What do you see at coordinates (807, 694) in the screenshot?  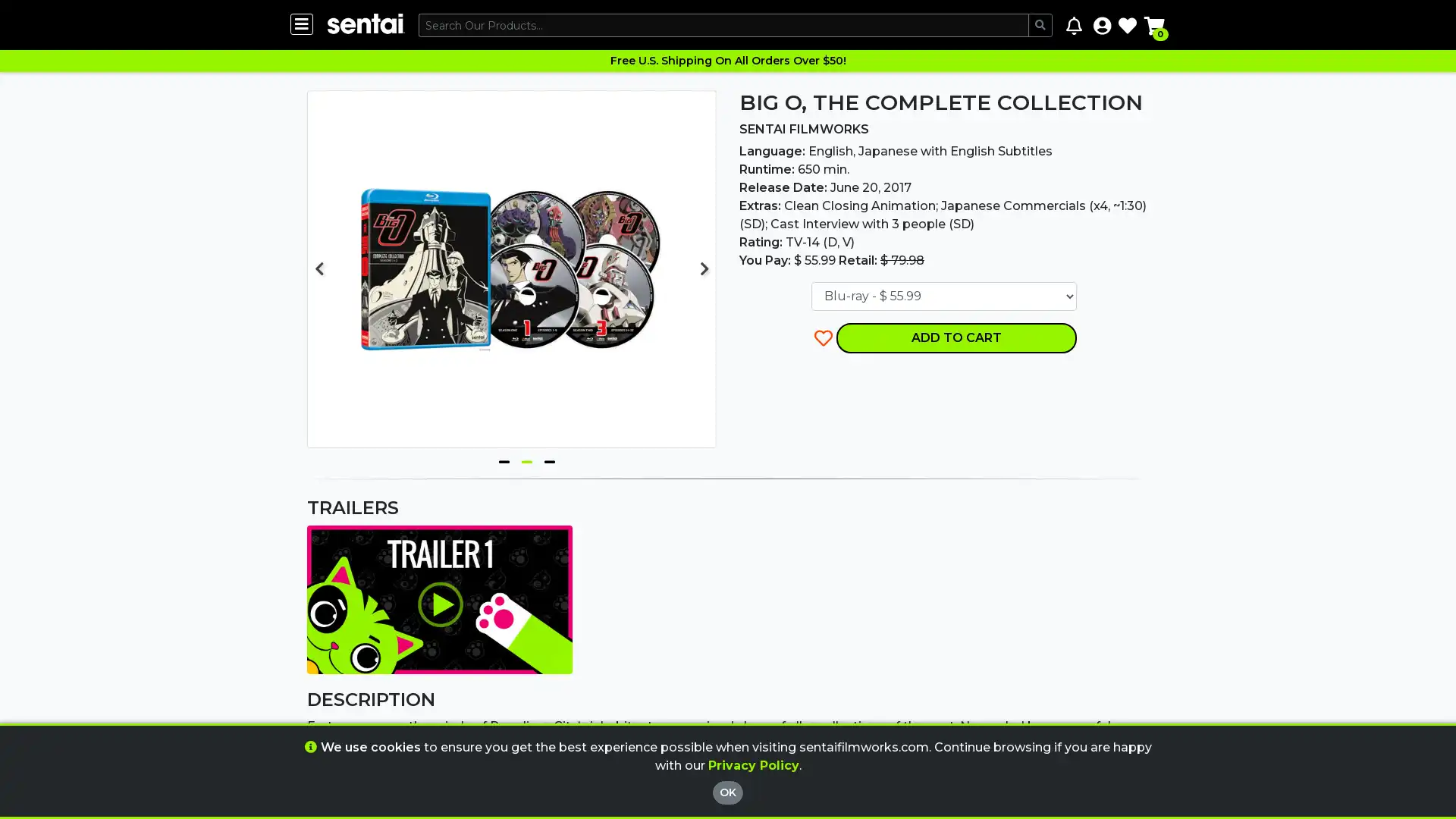 I see `Close` at bounding box center [807, 694].